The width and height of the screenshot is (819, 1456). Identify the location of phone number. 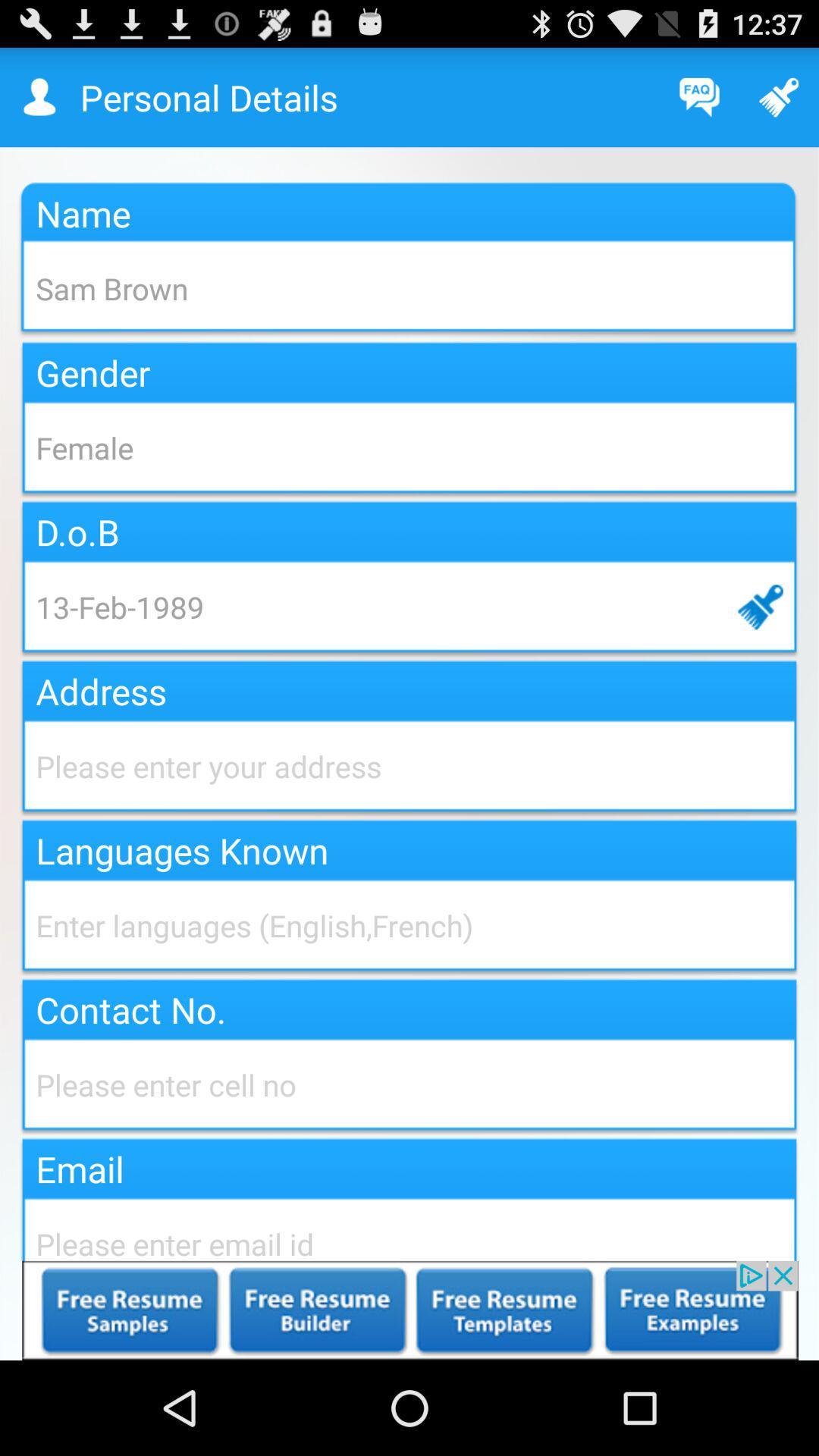
(409, 1084).